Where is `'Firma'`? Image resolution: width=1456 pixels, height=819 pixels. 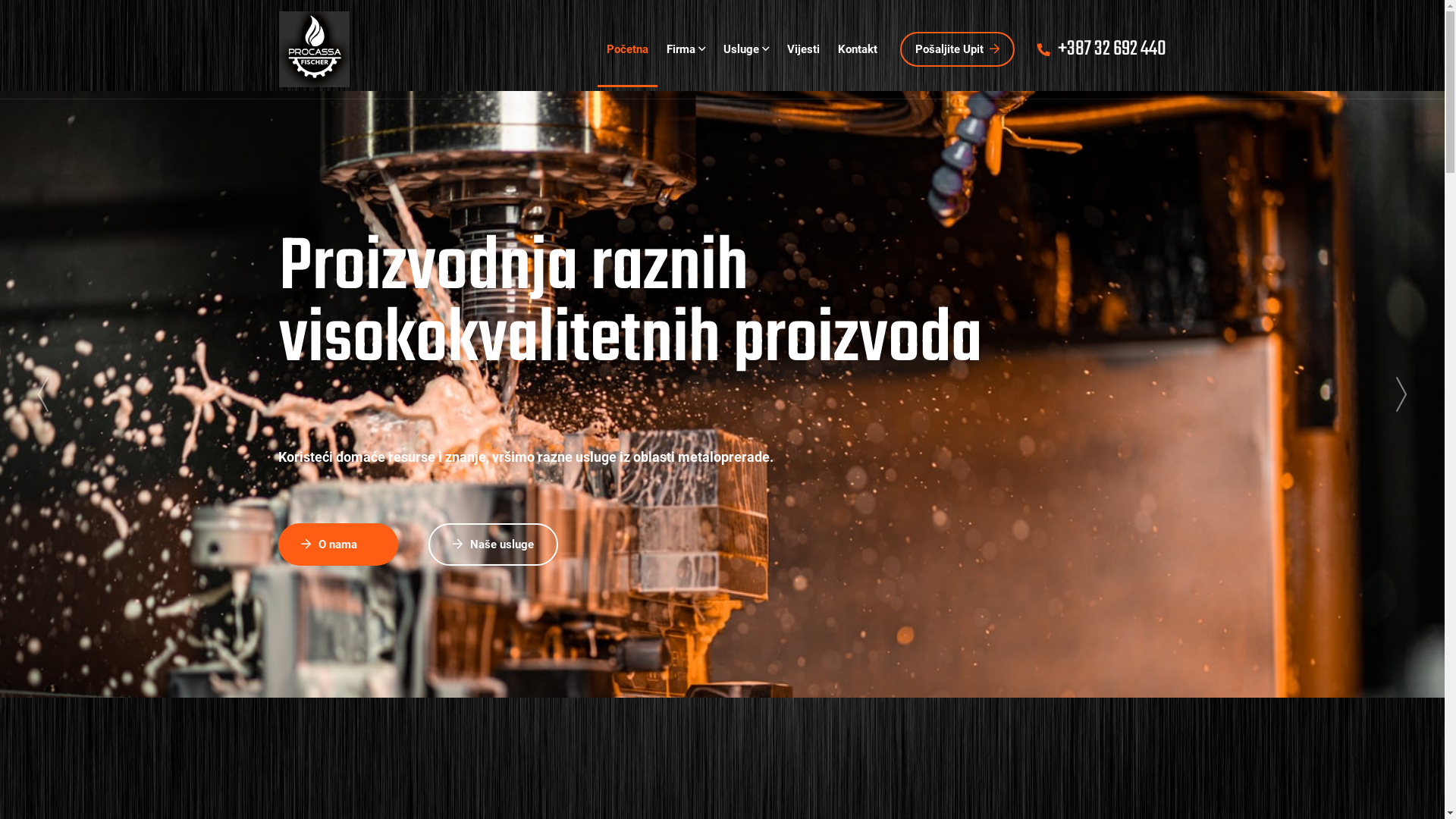 'Firma' is located at coordinates (684, 49).